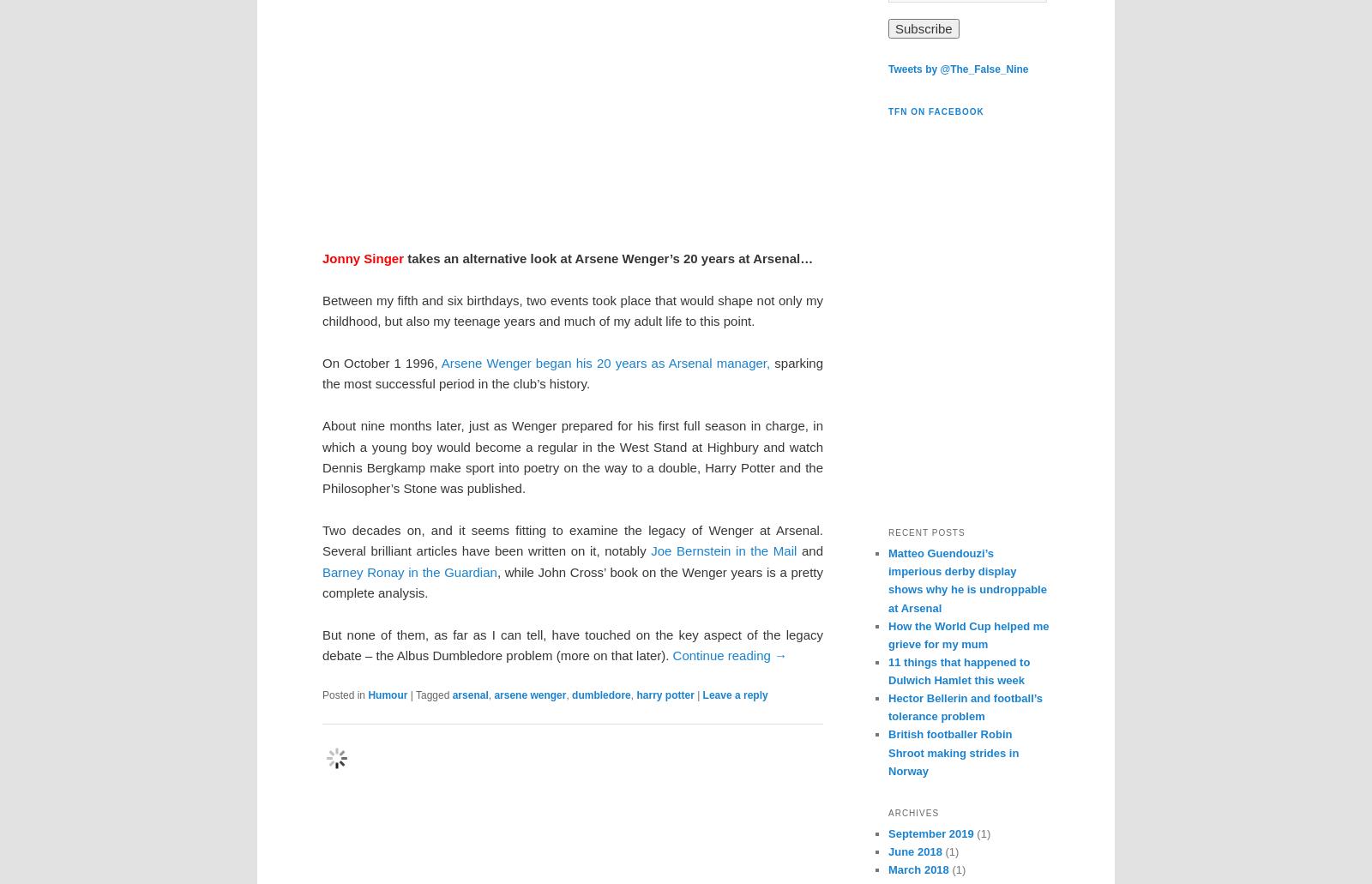  What do you see at coordinates (936, 111) in the screenshot?
I see `'TFN on Facebook'` at bounding box center [936, 111].